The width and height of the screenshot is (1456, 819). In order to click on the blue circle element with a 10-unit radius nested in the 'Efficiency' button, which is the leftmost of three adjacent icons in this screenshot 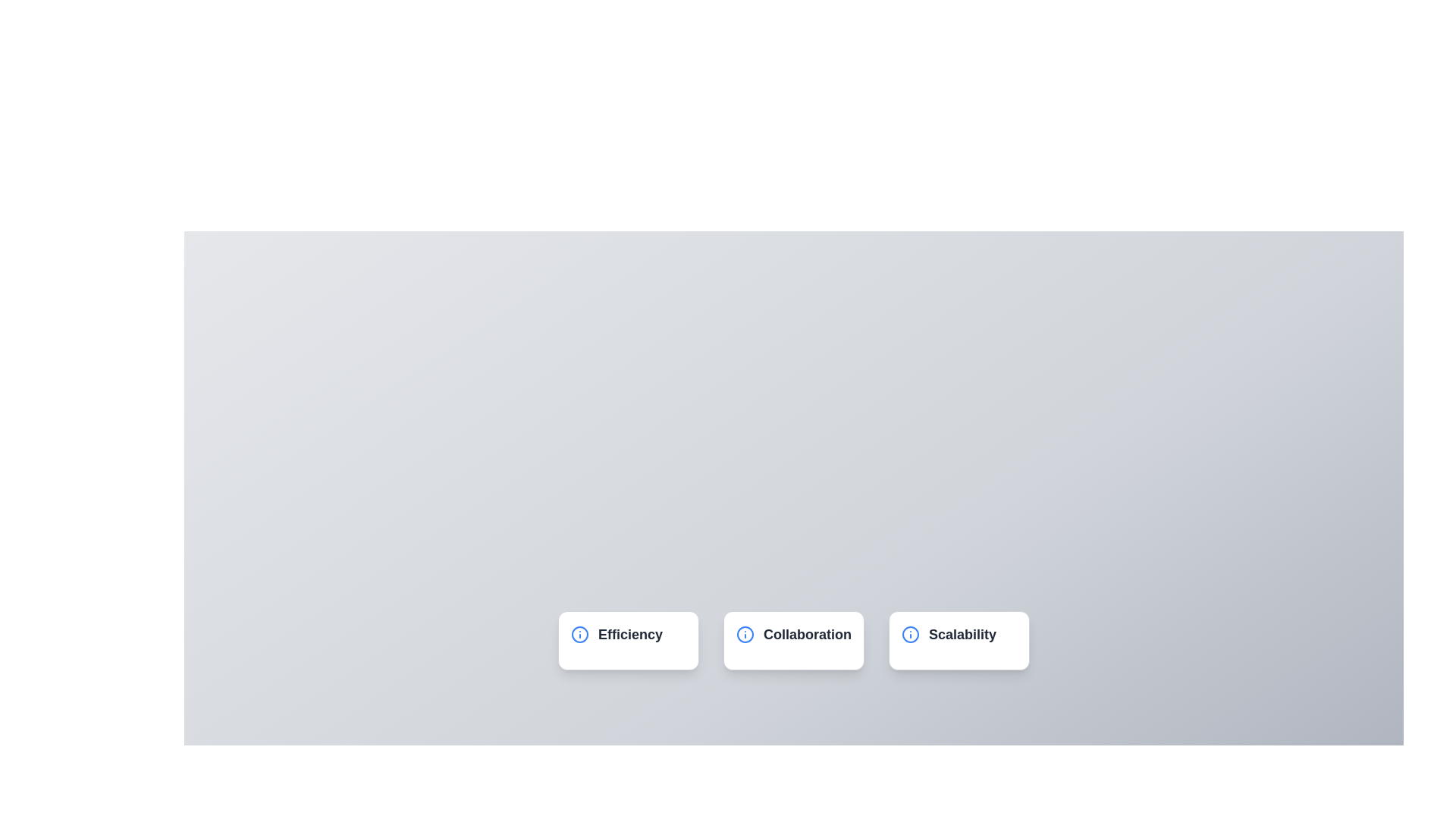, I will do `click(579, 635)`.